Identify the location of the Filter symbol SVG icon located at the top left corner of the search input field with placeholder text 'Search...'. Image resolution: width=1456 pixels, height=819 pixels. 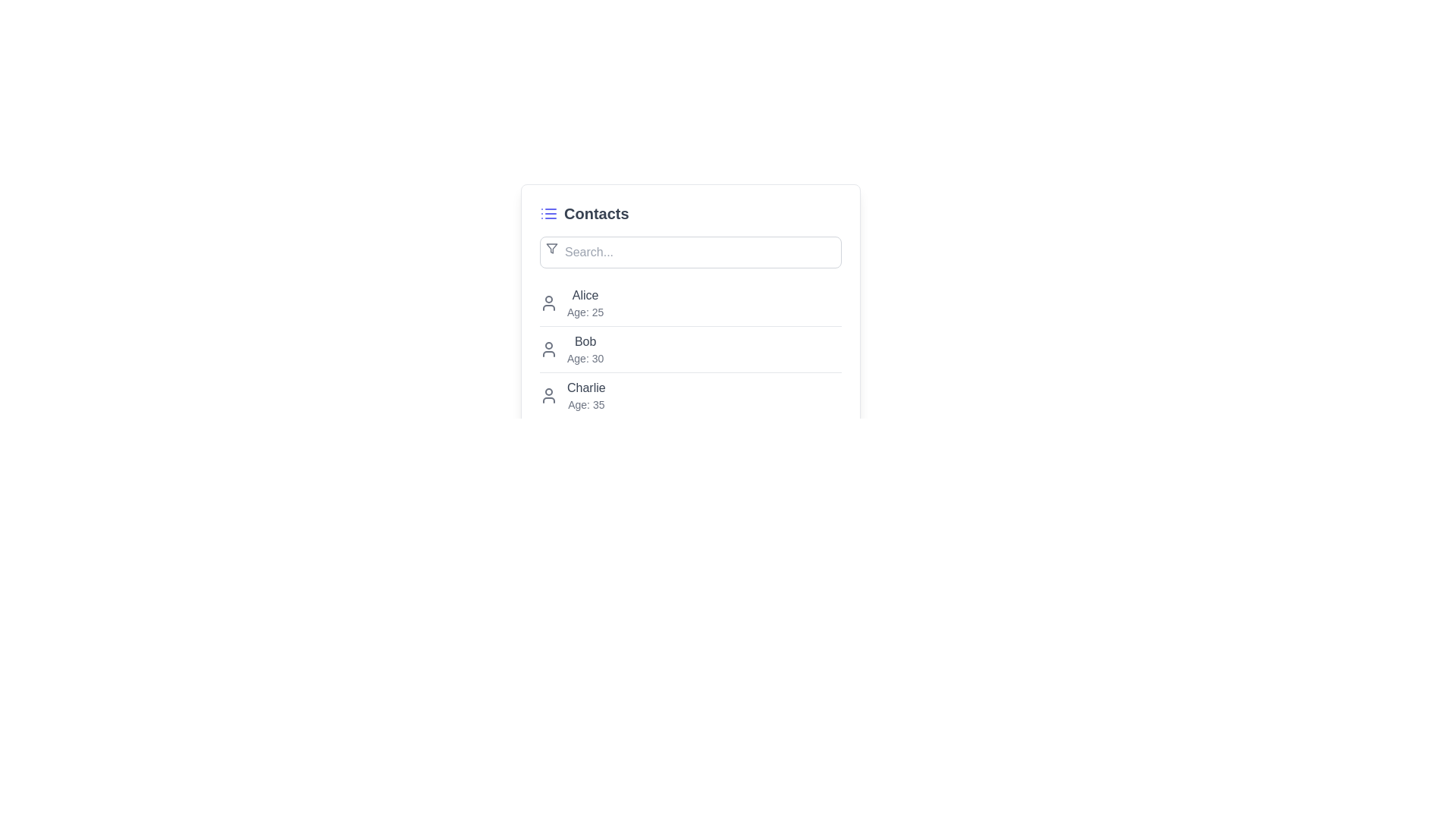
(551, 247).